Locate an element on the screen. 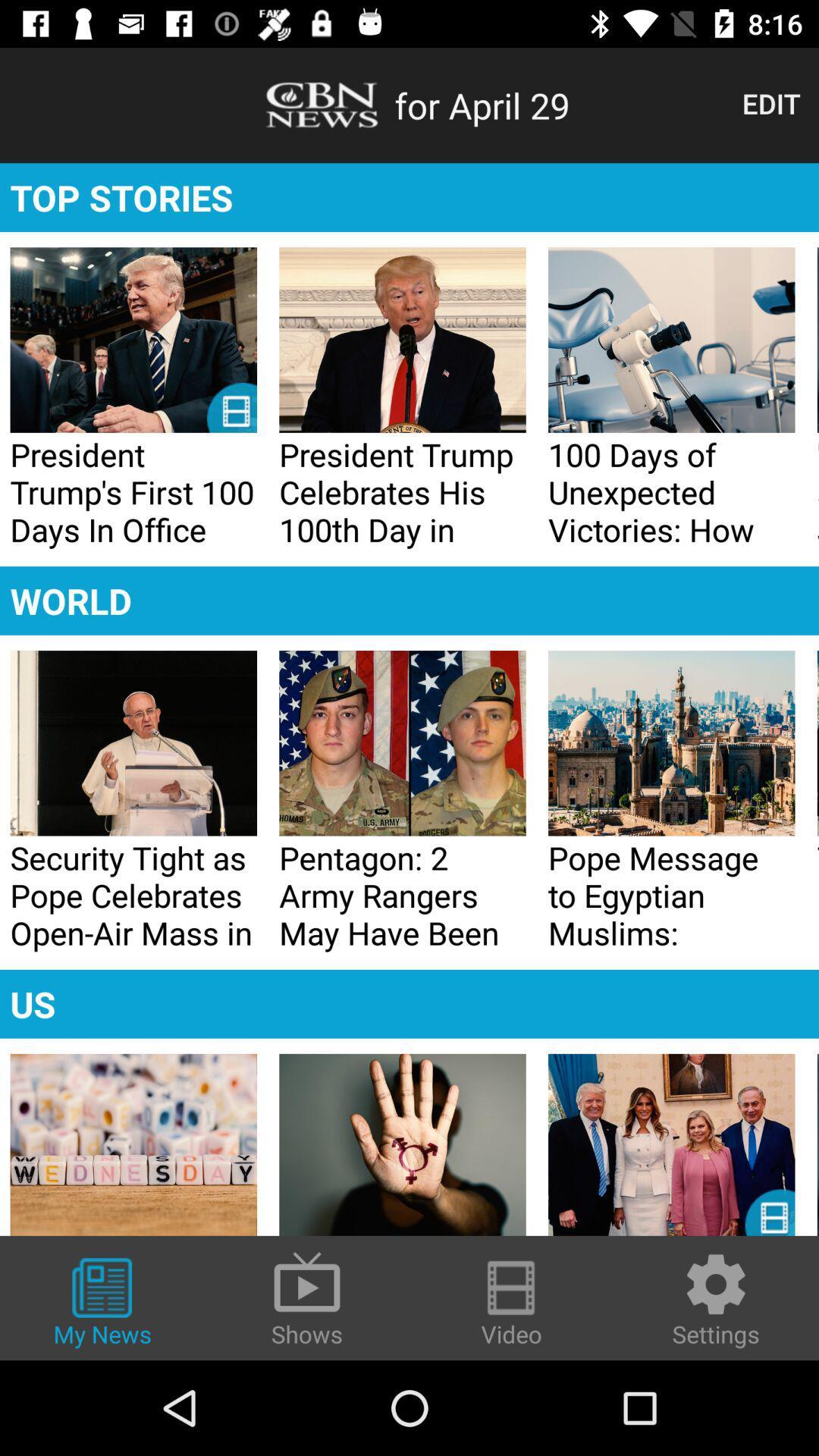  icon next to shows is located at coordinates (102, 1303).